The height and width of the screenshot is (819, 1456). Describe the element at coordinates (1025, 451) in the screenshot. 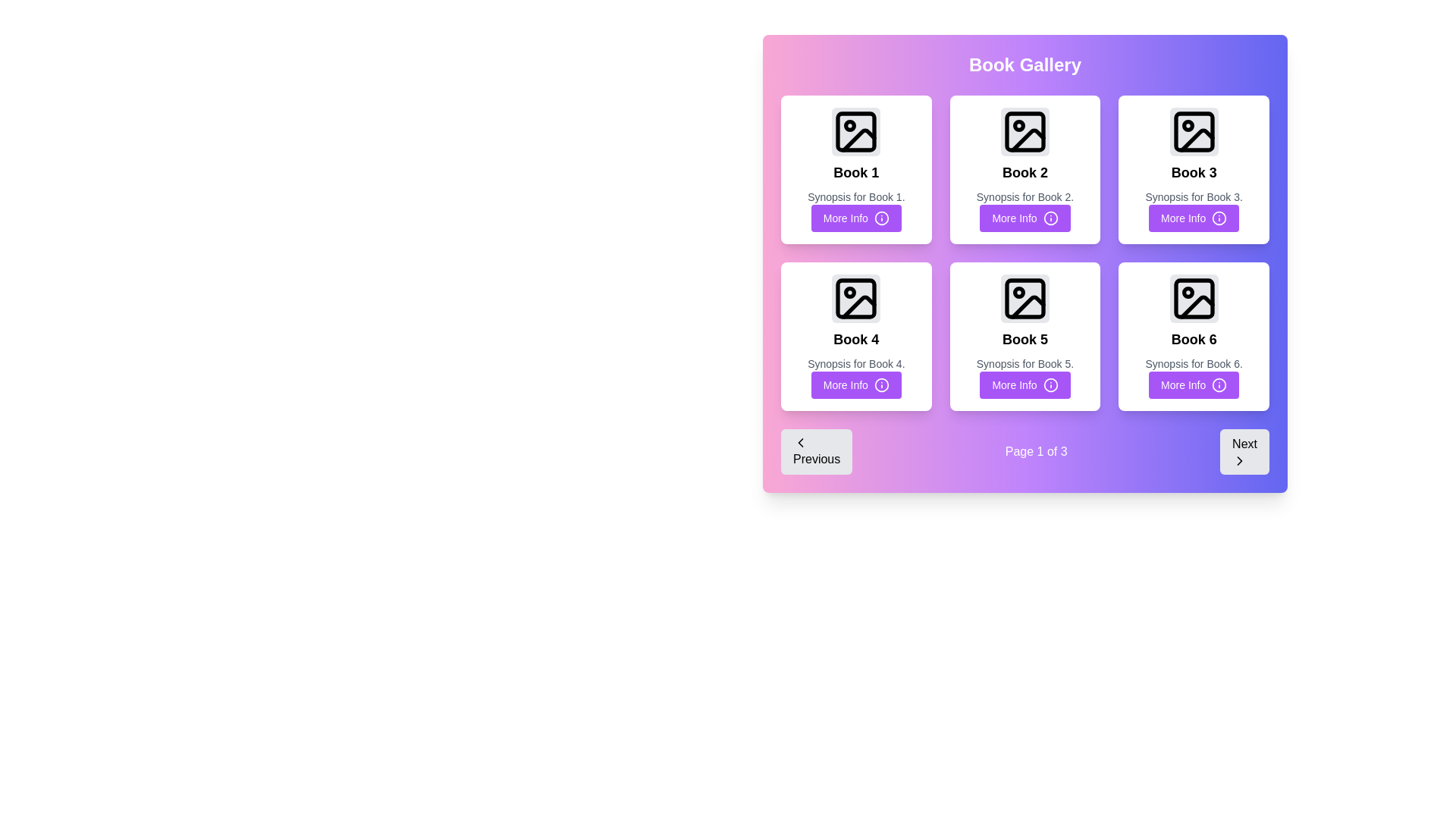

I see `page indicator text located in the center of the pagination bar, which shows 'Page 1 of 3'` at that location.